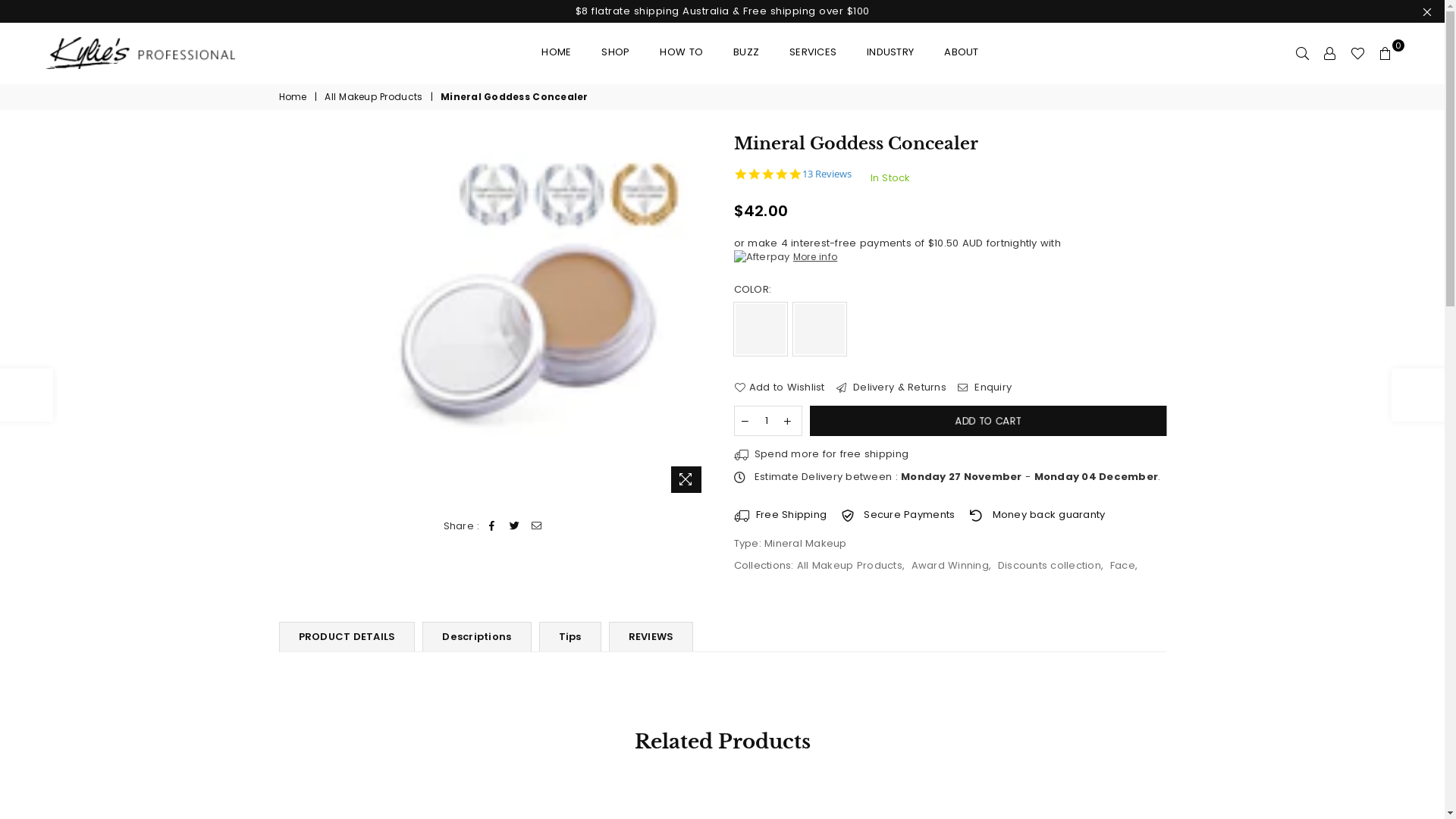 Image resolution: width=1456 pixels, height=819 pixels. Describe the element at coordinates (323, 97) in the screenshot. I see `'All Makeup Products'` at that location.